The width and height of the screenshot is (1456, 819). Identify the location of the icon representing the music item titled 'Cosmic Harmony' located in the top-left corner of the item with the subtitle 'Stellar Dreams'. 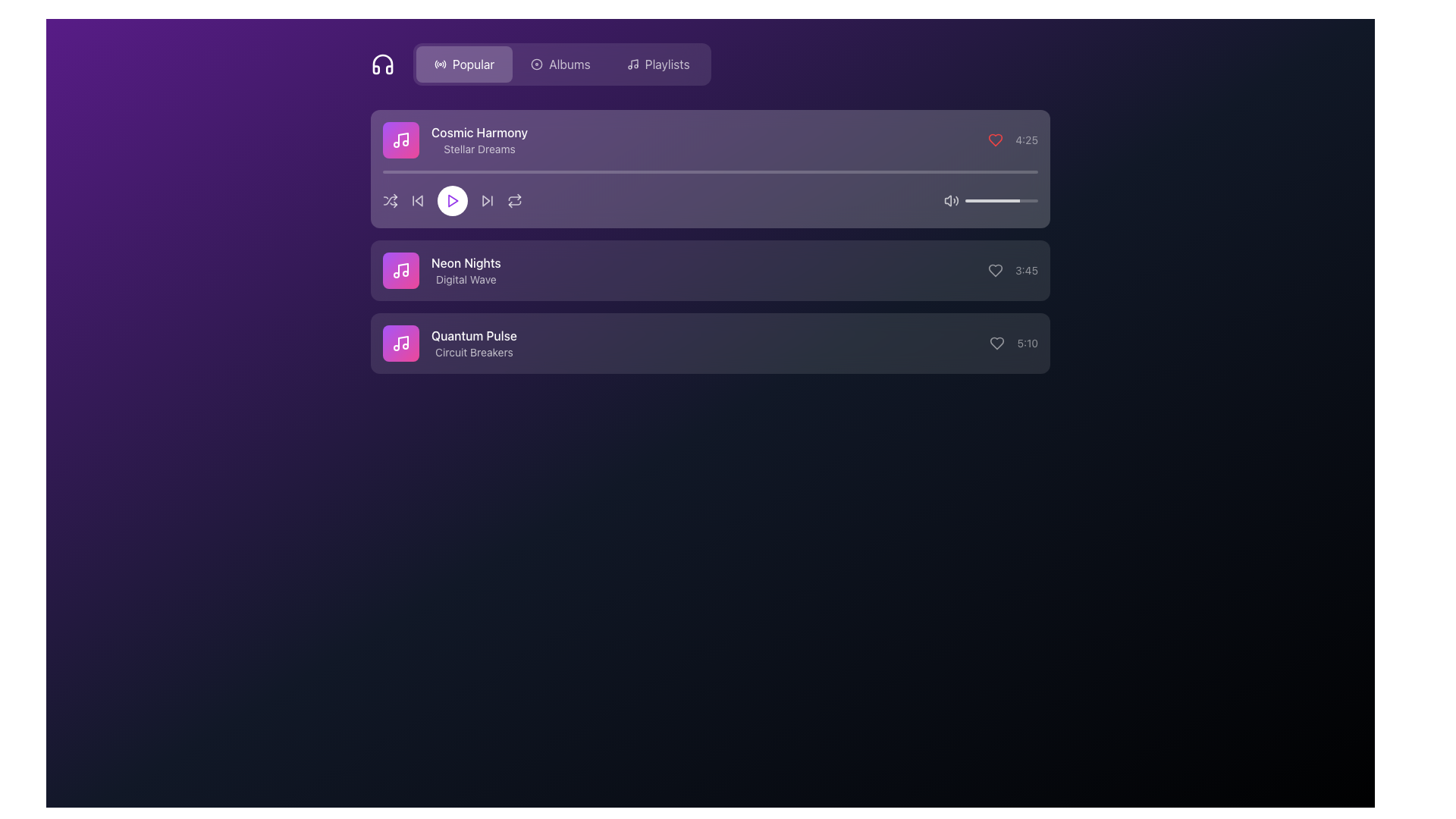
(400, 140).